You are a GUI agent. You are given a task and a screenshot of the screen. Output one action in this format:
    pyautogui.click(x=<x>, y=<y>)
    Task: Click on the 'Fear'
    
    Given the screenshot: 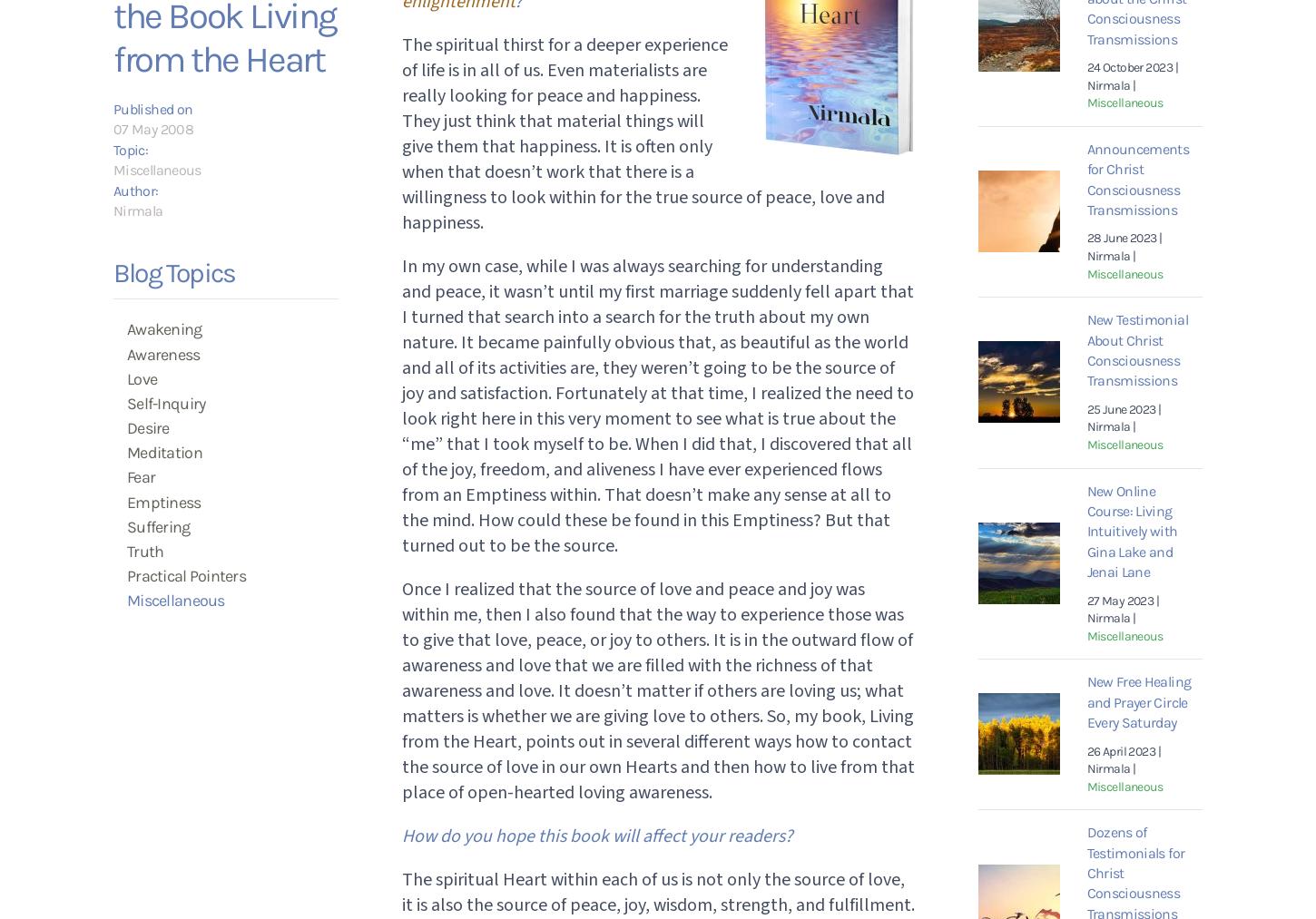 What is the action you would take?
    pyautogui.click(x=126, y=476)
    